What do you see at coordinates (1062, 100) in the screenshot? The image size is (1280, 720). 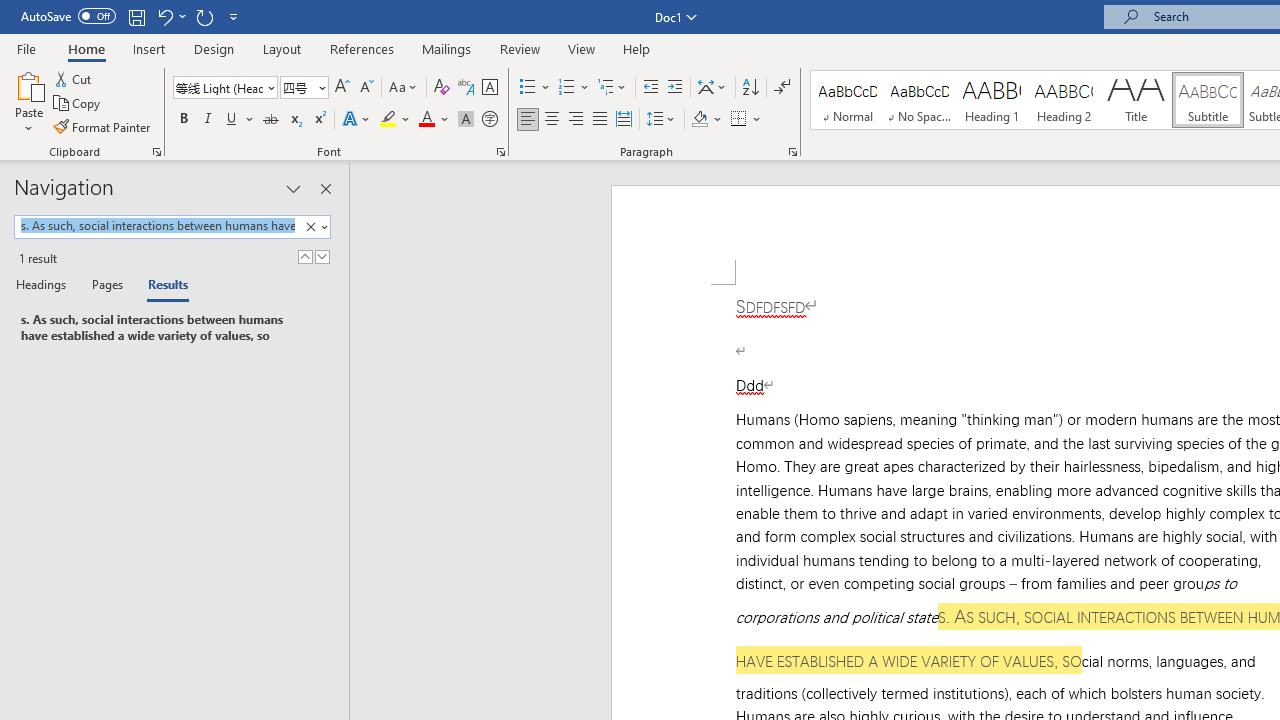 I see `'Heading 2'` at bounding box center [1062, 100].